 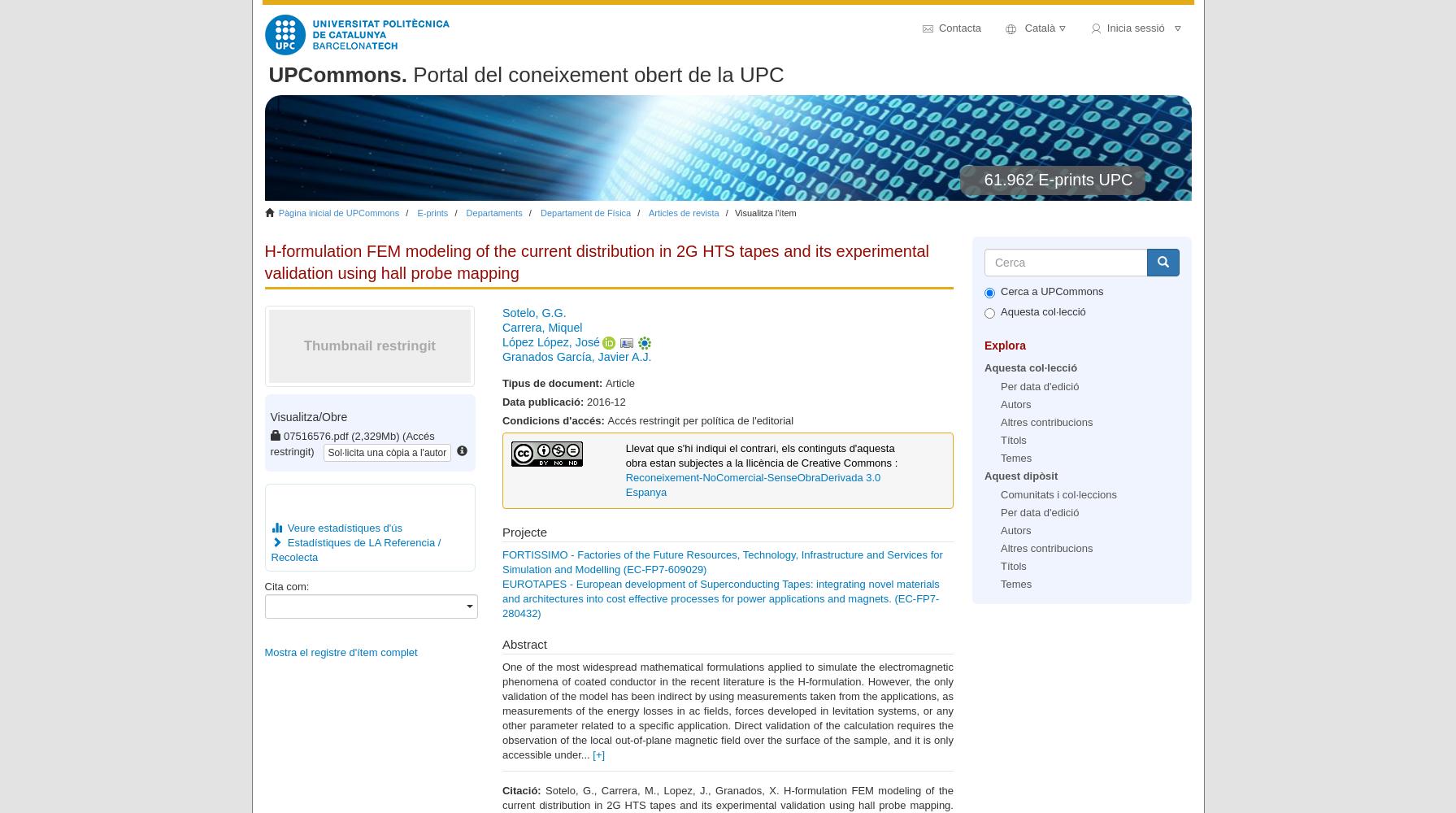 What do you see at coordinates (607, 420) in the screenshot?
I see `'Accés restringit per política de l'editorial'` at bounding box center [607, 420].